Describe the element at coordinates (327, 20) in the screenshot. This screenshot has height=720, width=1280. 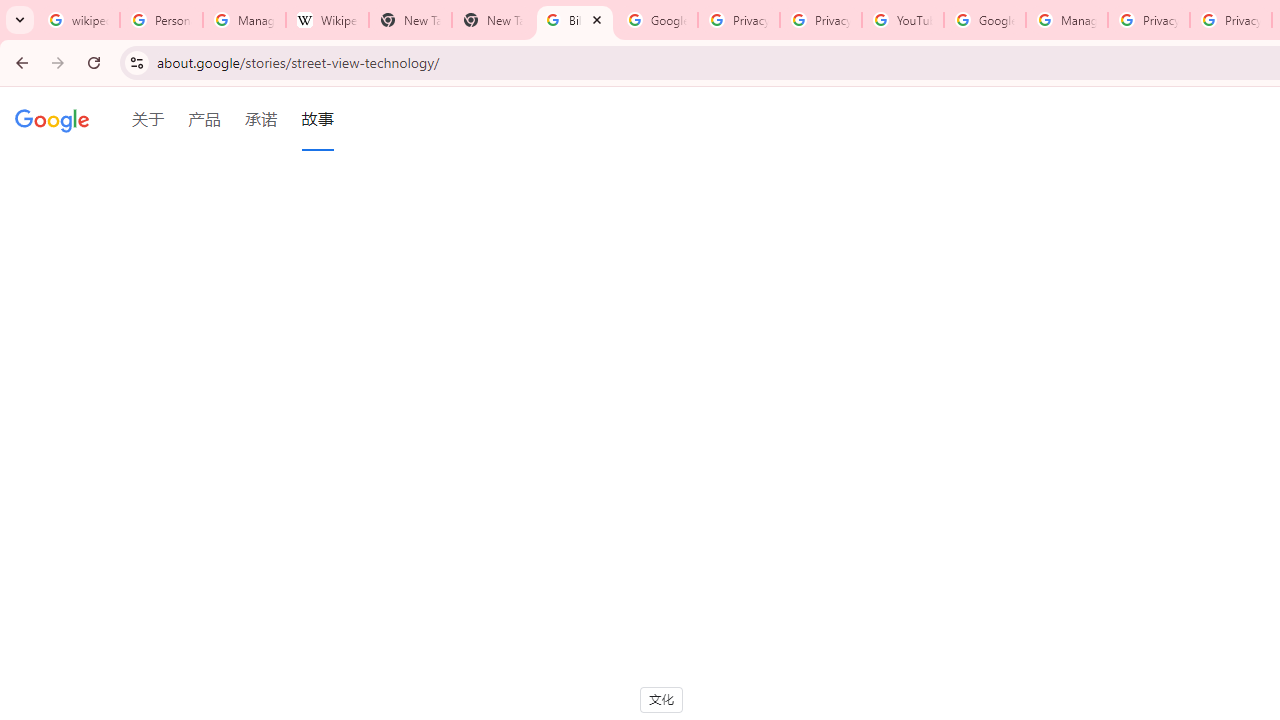
I see `'Wikipedia:Edit requests - Wikipedia'` at that location.